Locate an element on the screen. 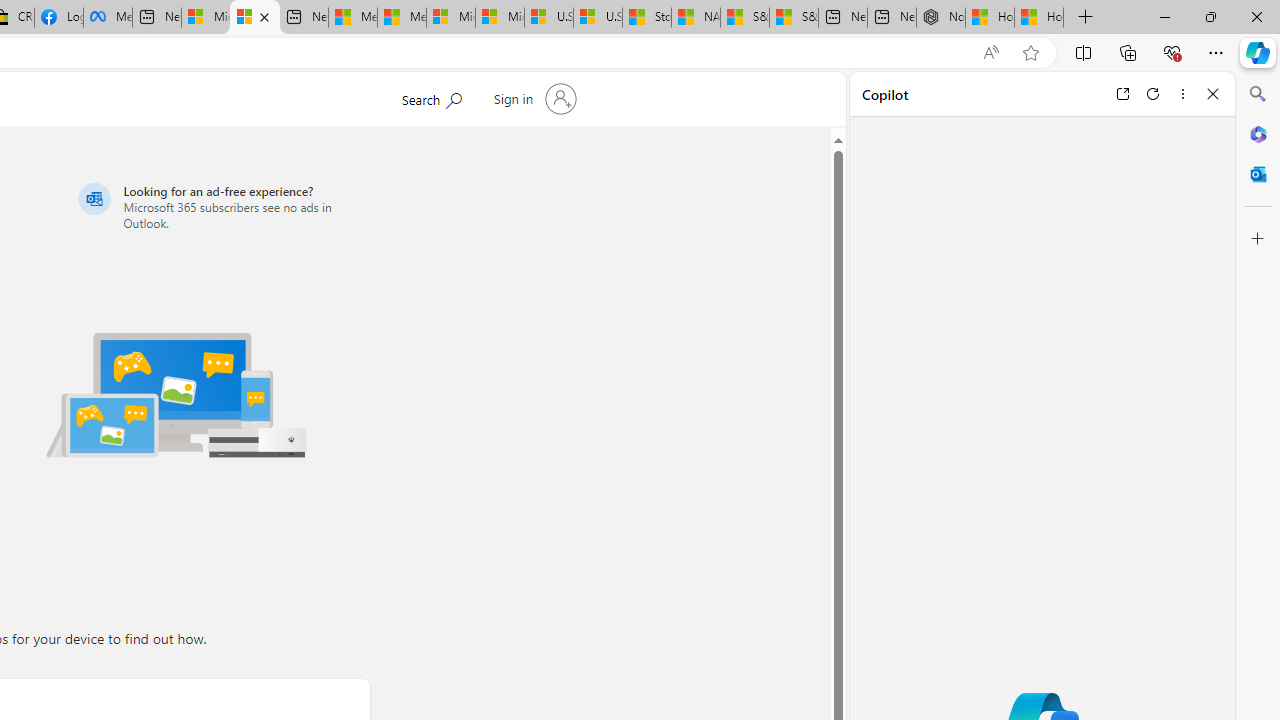 The image size is (1280, 720). 'Looking for an ad-free experience?' is located at coordinates (221, 206).